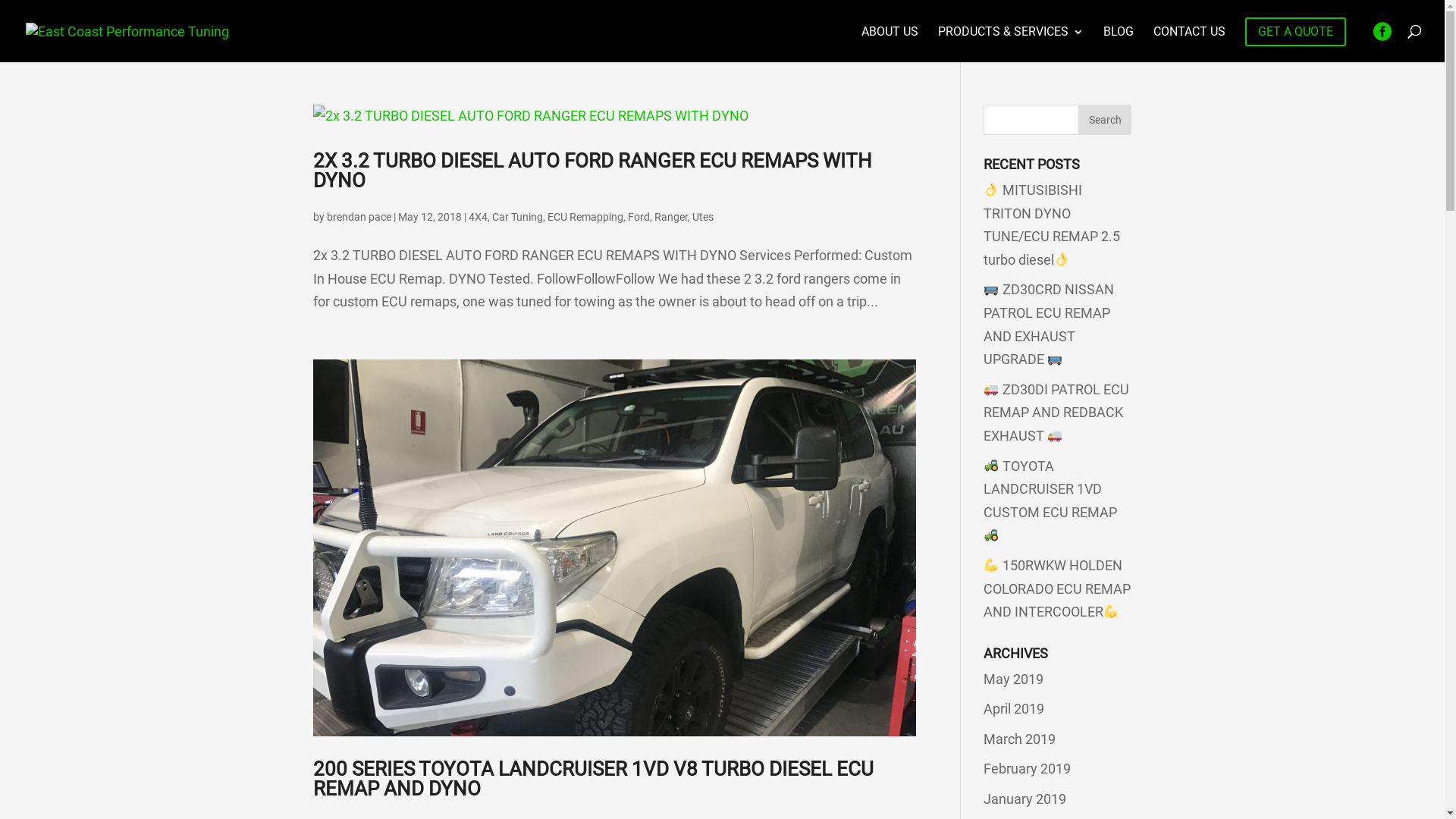 The width and height of the screenshot is (1456, 819). Describe the element at coordinates (1019, 738) in the screenshot. I see `'March 2019'` at that location.